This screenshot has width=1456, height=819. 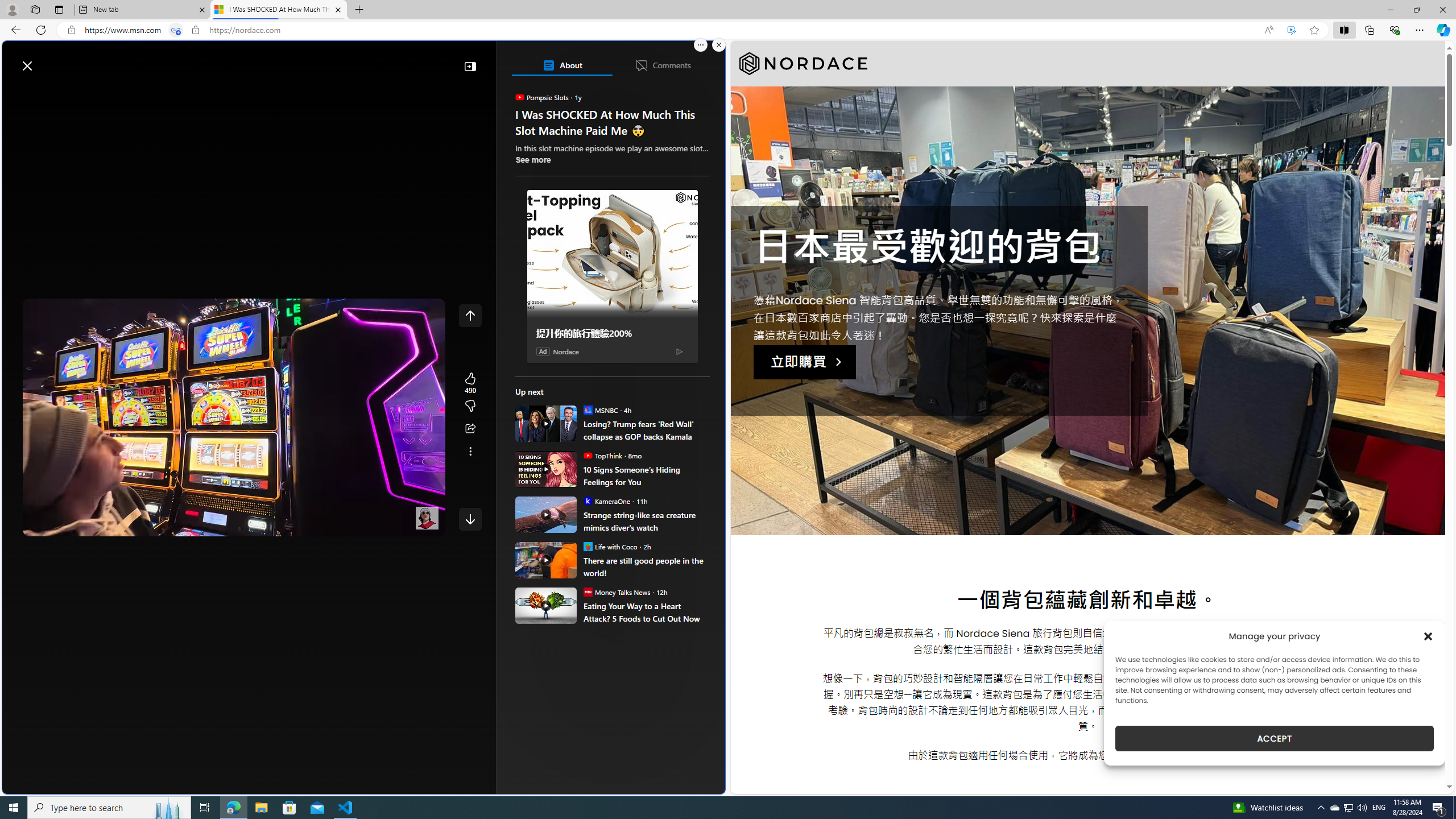 What do you see at coordinates (601, 455) in the screenshot?
I see `'TopThink TopThink'` at bounding box center [601, 455].